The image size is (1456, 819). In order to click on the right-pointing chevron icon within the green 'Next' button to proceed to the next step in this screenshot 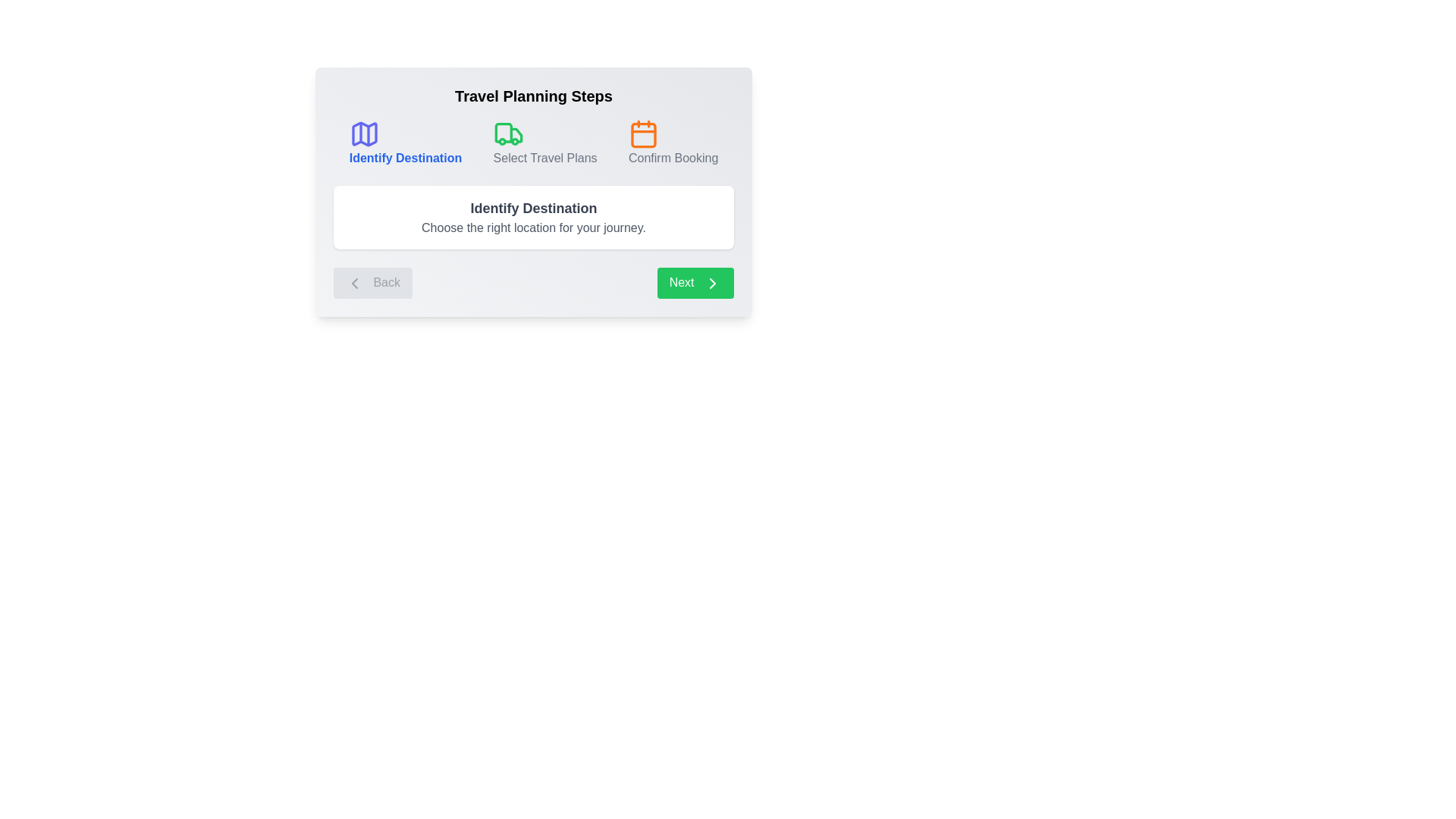, I will do `click(712, 283)`.